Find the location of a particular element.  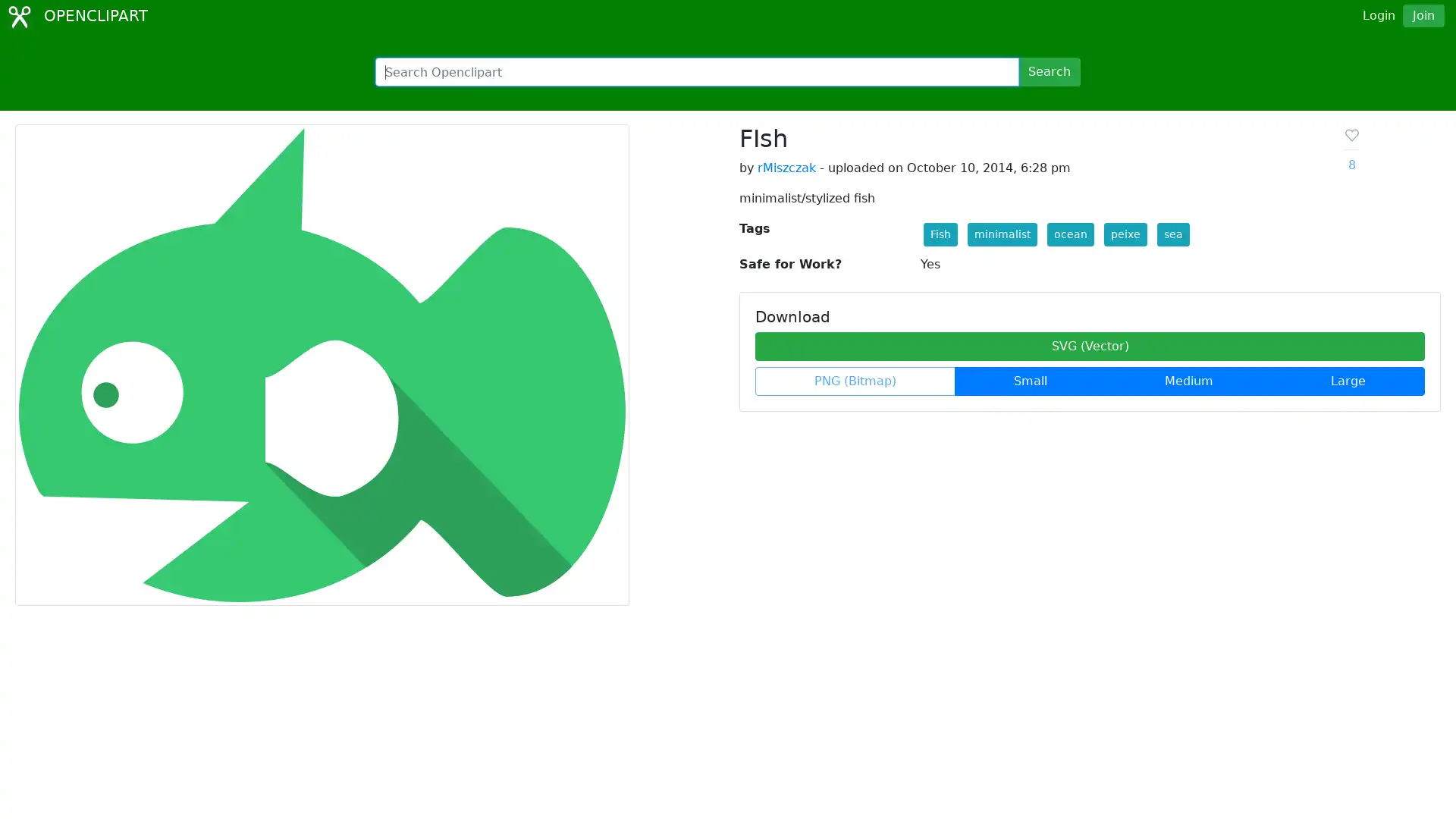

minimalist is located at coordinates (1001, 234).